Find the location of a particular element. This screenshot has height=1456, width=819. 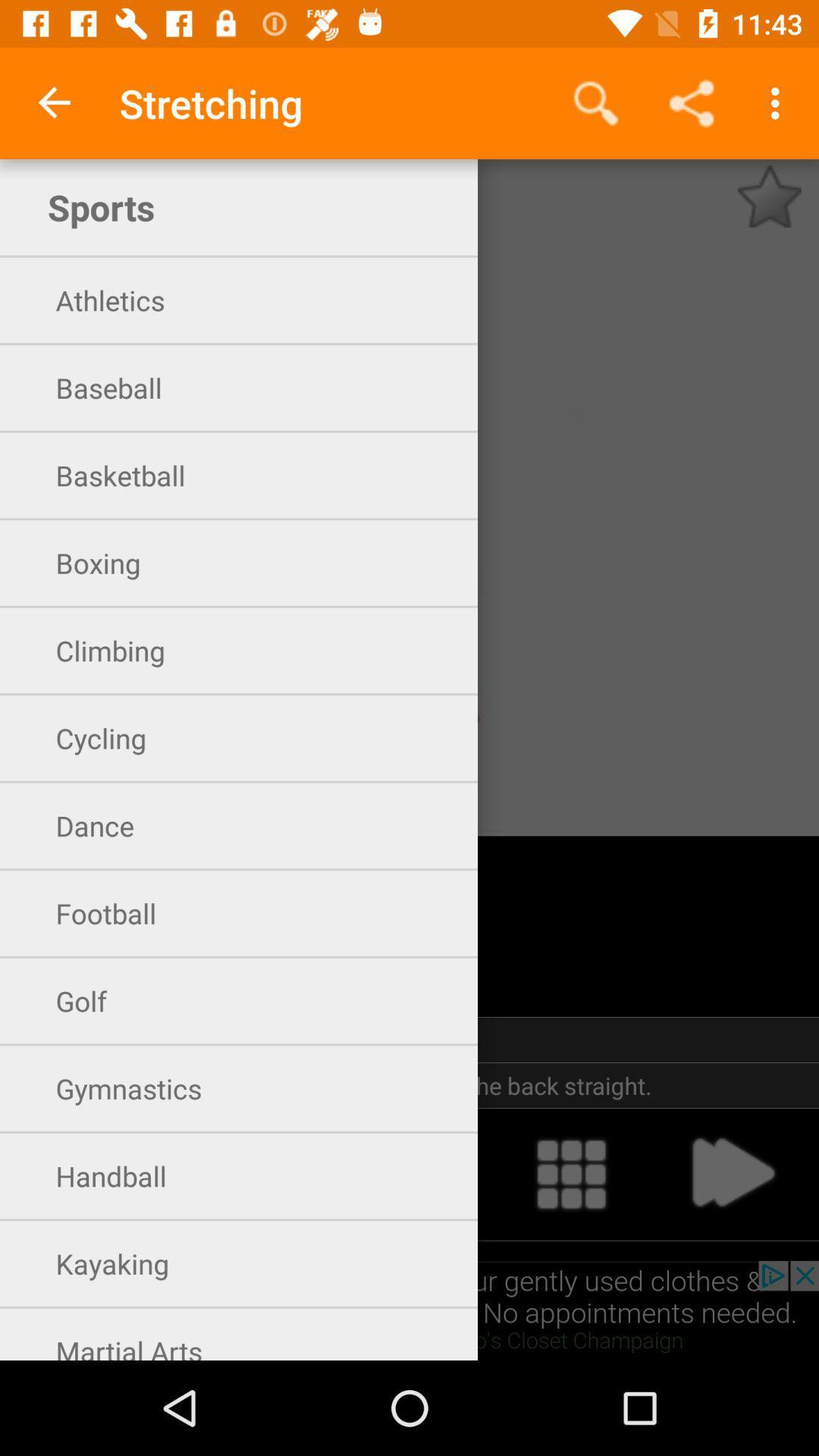

menu button is located at coordinates (571, 1173).